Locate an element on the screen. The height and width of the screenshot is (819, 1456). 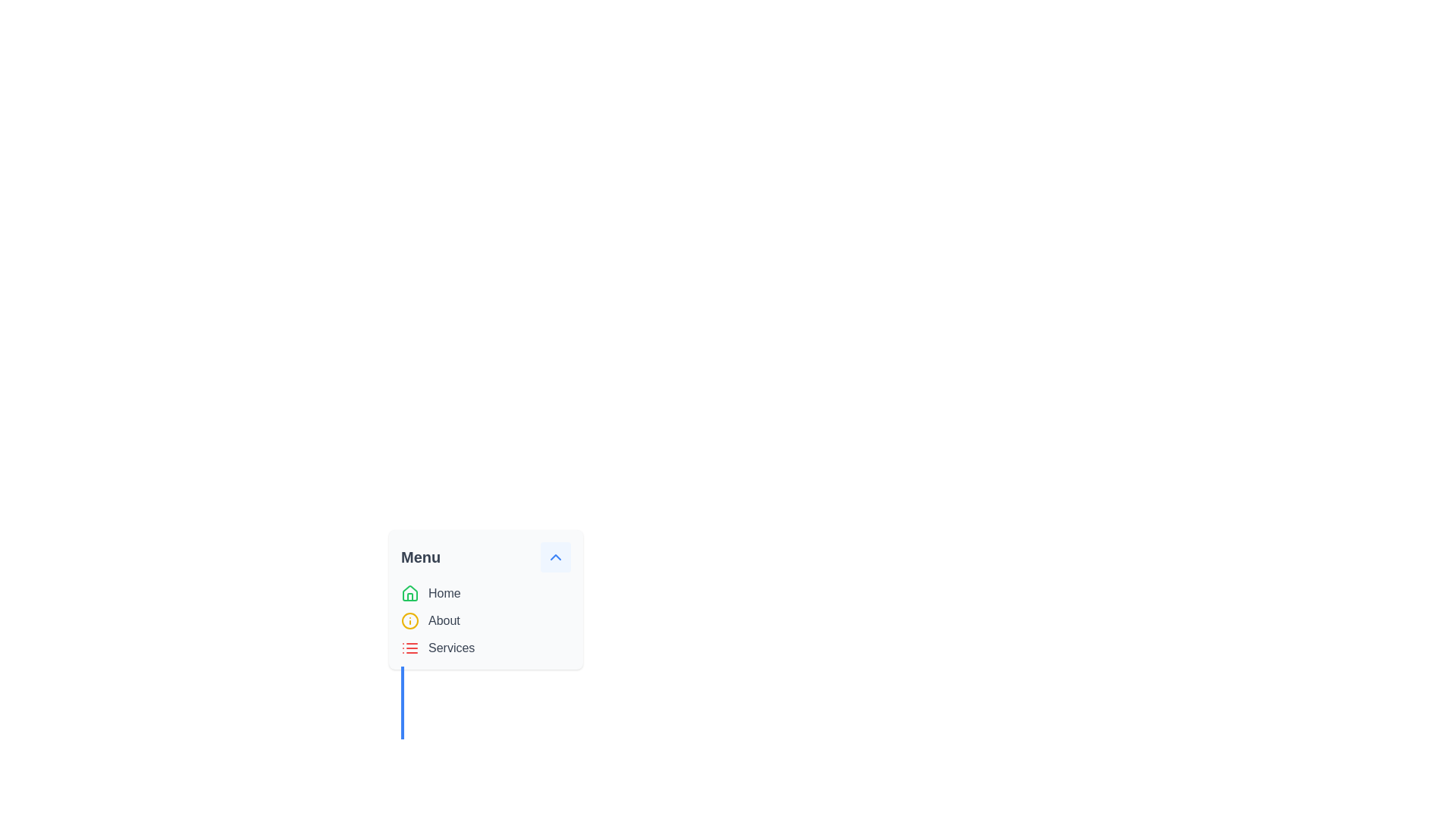
the 'Services' label, which is a gray text label in a standard sans-serif font, positioned as the third item in a vertical list of menu items, aligned to the right of an icon is located at coordinates (450, 648).